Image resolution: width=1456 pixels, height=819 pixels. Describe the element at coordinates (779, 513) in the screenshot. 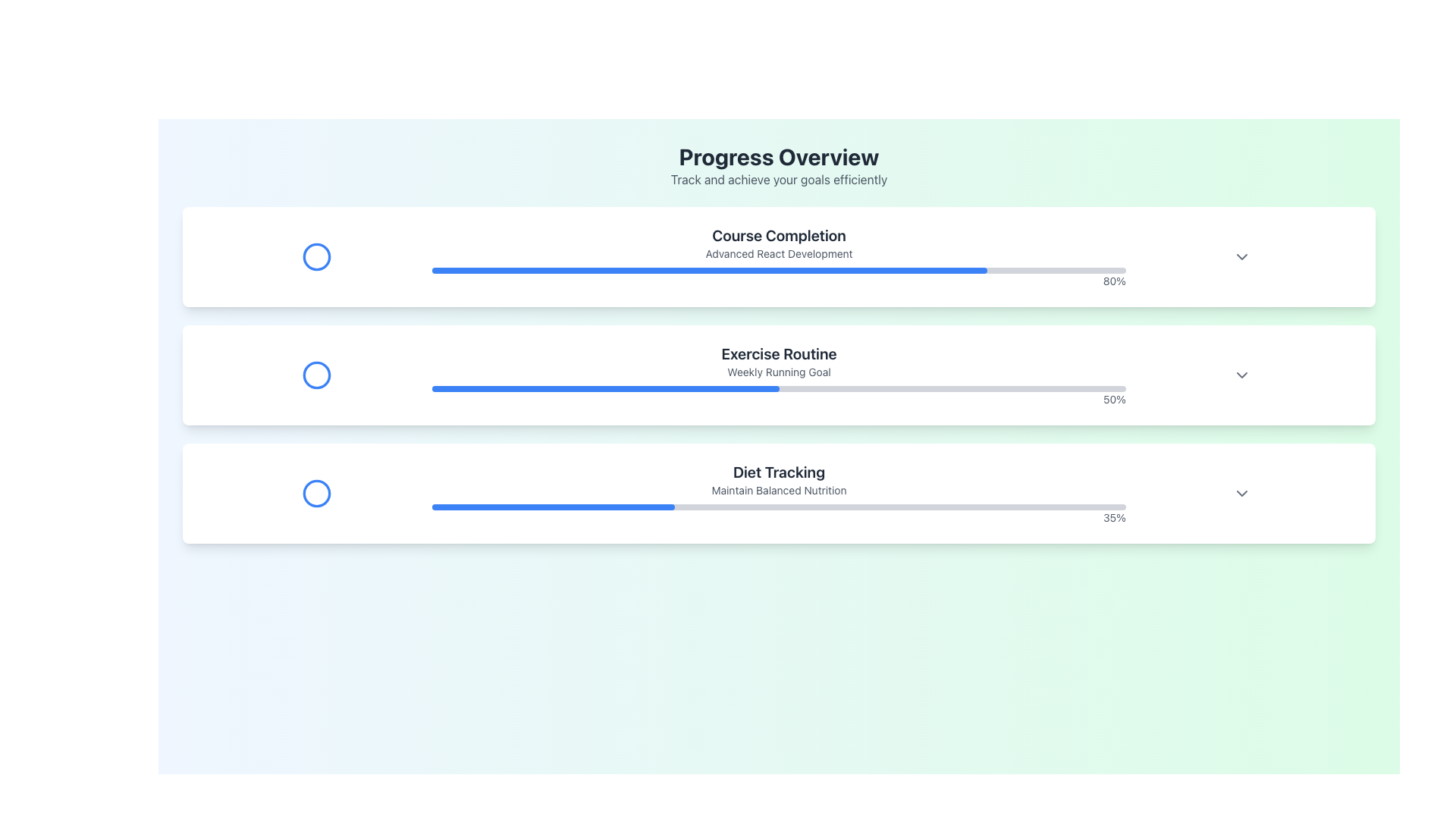

I see `completion percentage displayed on the text label indicating the progress of the 'Diet Tracking' section, positioned at the right side of the progress bar` at that location.